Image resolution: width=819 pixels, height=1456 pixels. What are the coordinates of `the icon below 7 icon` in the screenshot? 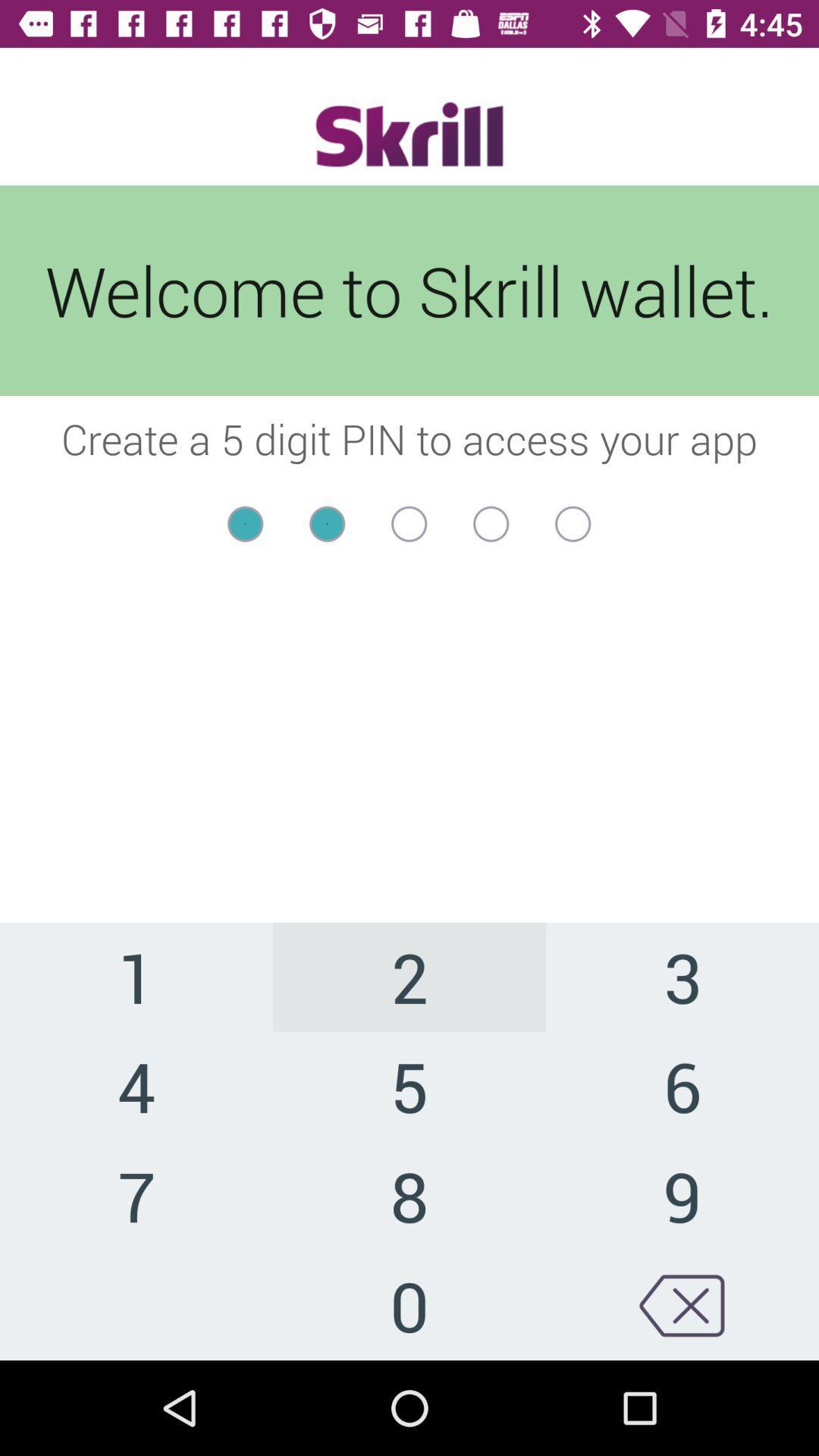 It's located at (409, 1304).